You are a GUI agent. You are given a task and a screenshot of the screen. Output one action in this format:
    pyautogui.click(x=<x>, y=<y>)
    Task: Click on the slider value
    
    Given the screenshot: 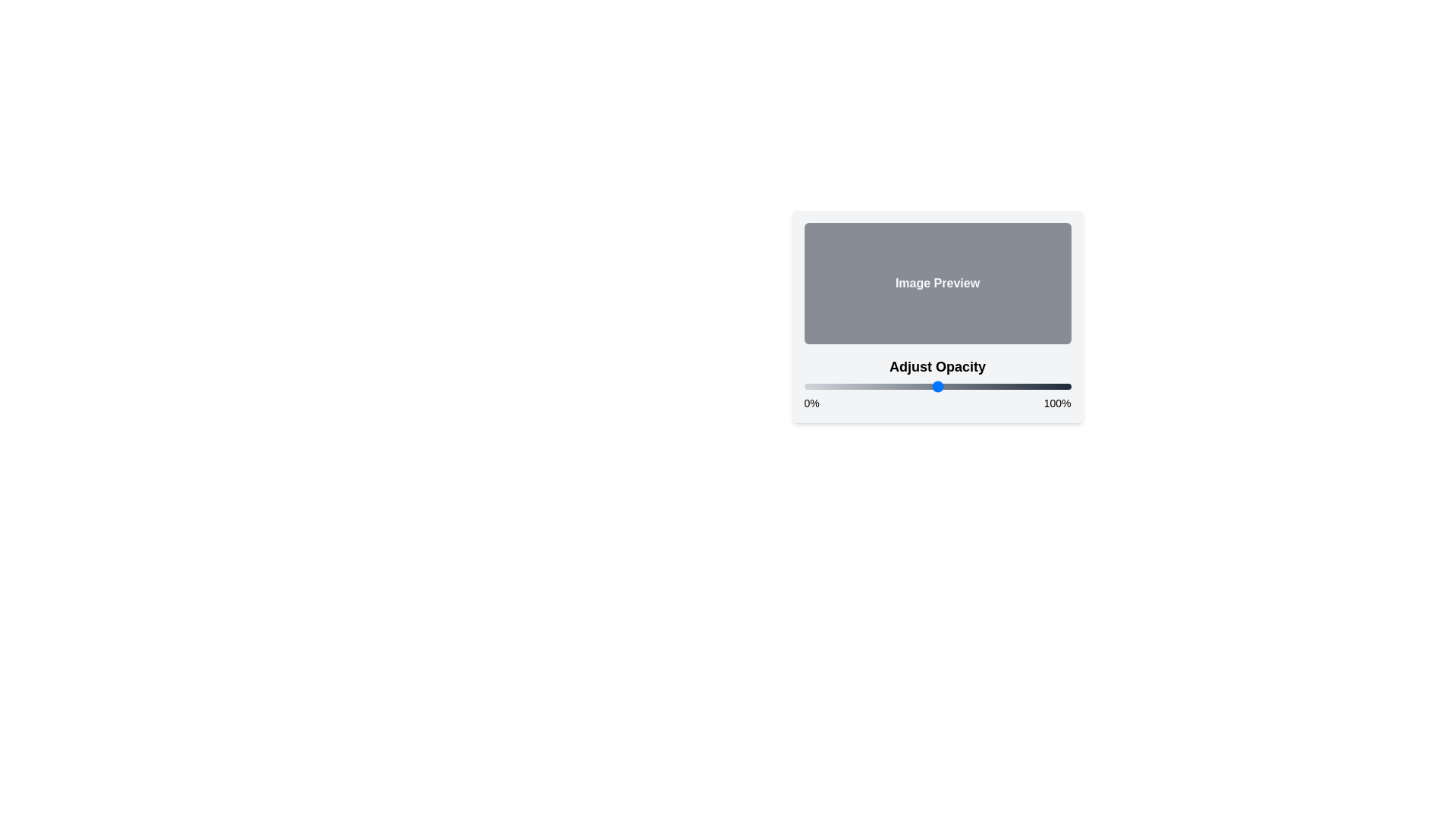 What is the action you would take?
    pyautogui.click(x=871, y=385)
    